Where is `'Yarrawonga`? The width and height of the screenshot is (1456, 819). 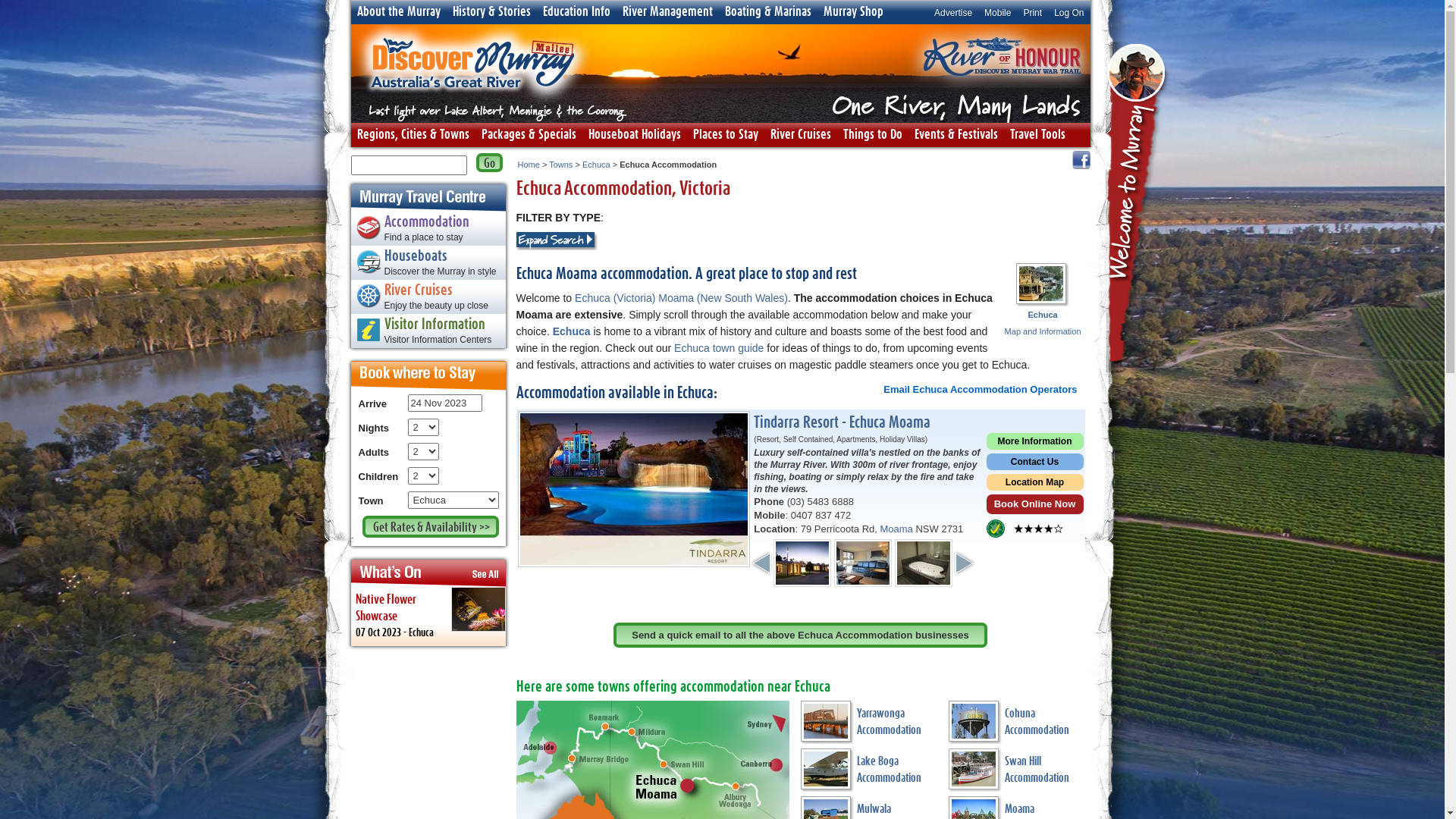
'Yarrawonga is located at coordinates (800, 723).